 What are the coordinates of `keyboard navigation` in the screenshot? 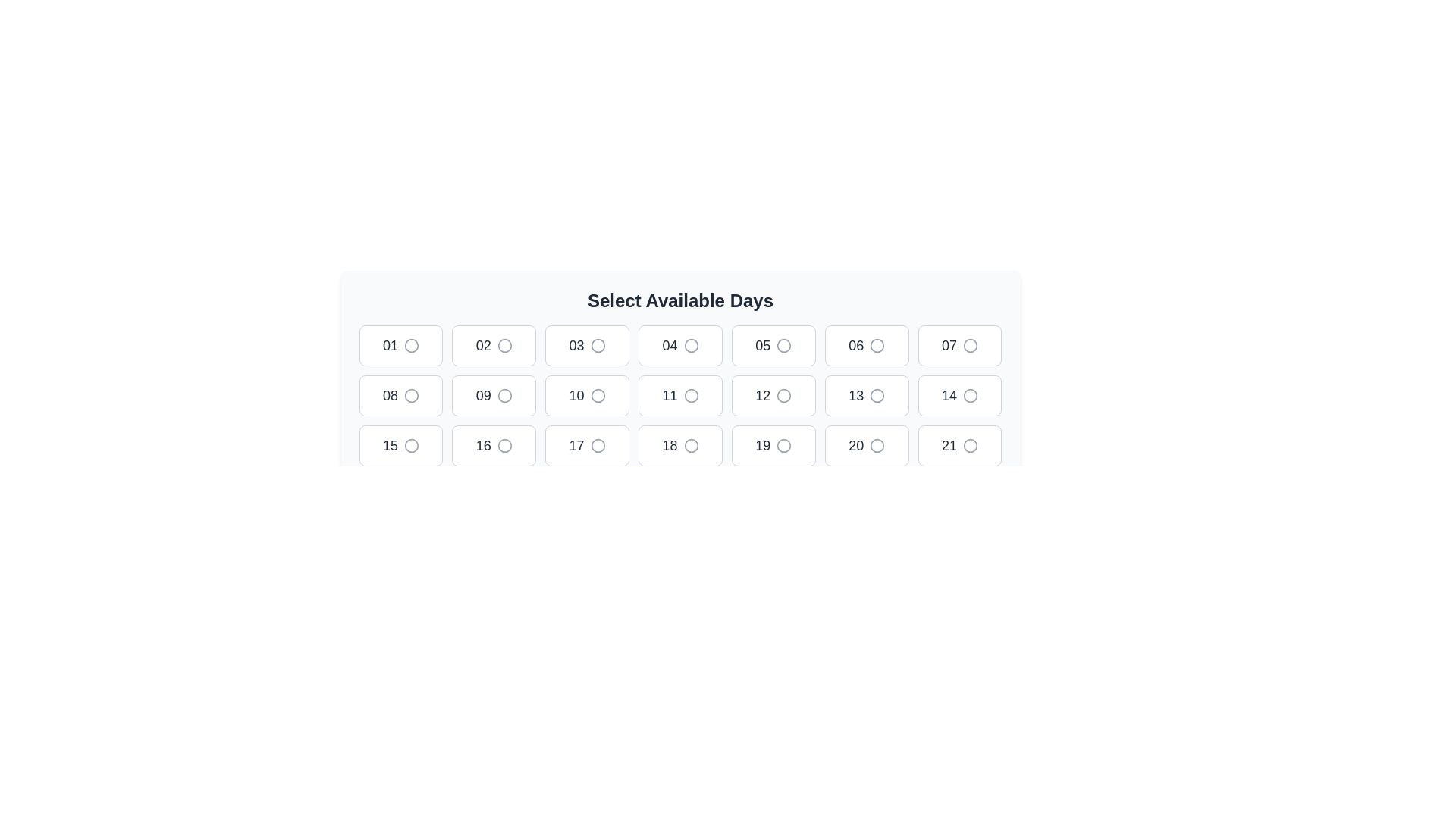 It's located at (867, 345).